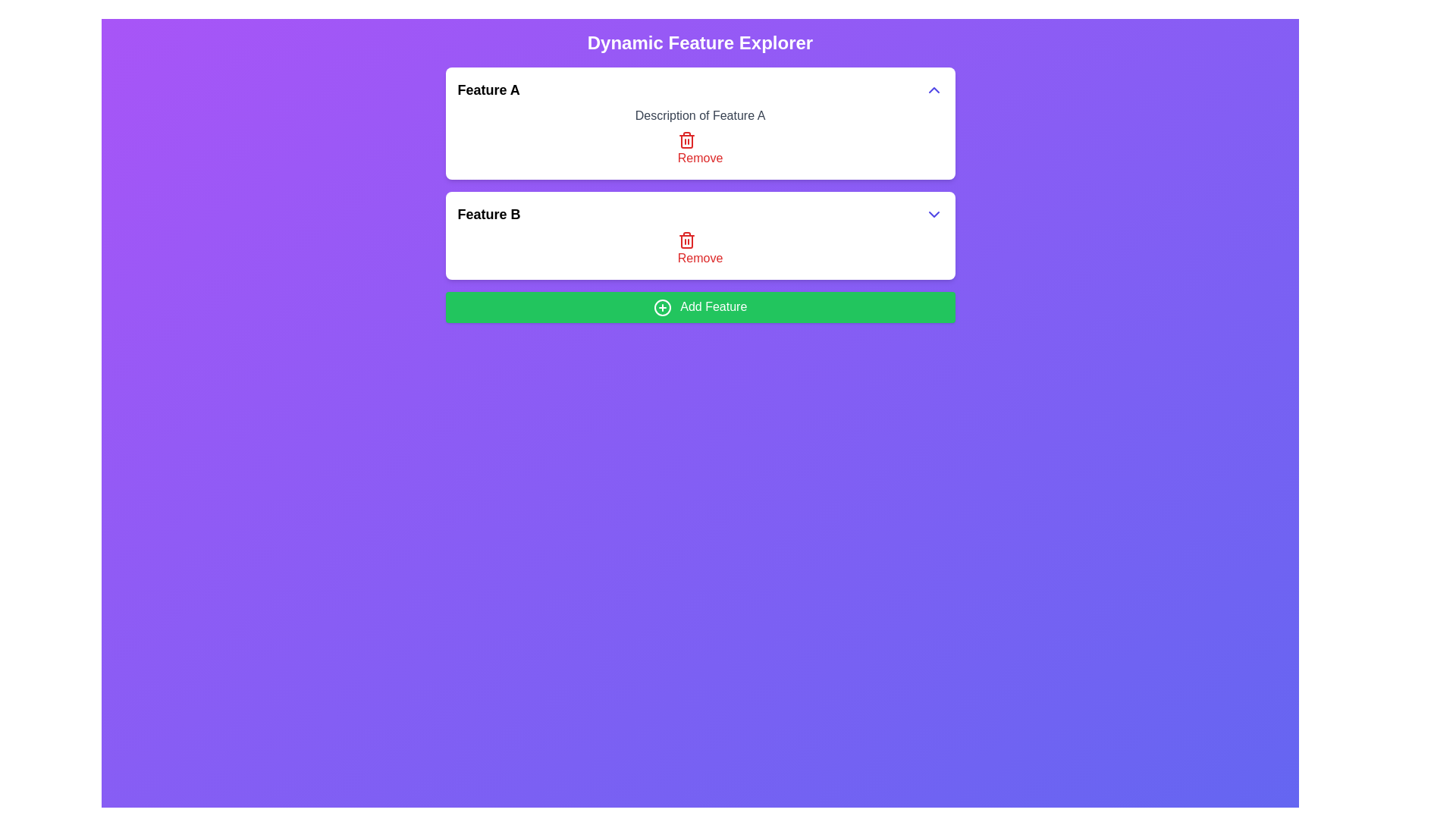 This screenshot has height=819, width=1456. What do you see at coordinates (662, 307) in the screenshot?
I see `the SVG graphic icon located at the center of the 'Add Feature' button` at bounding box center [662, 307].